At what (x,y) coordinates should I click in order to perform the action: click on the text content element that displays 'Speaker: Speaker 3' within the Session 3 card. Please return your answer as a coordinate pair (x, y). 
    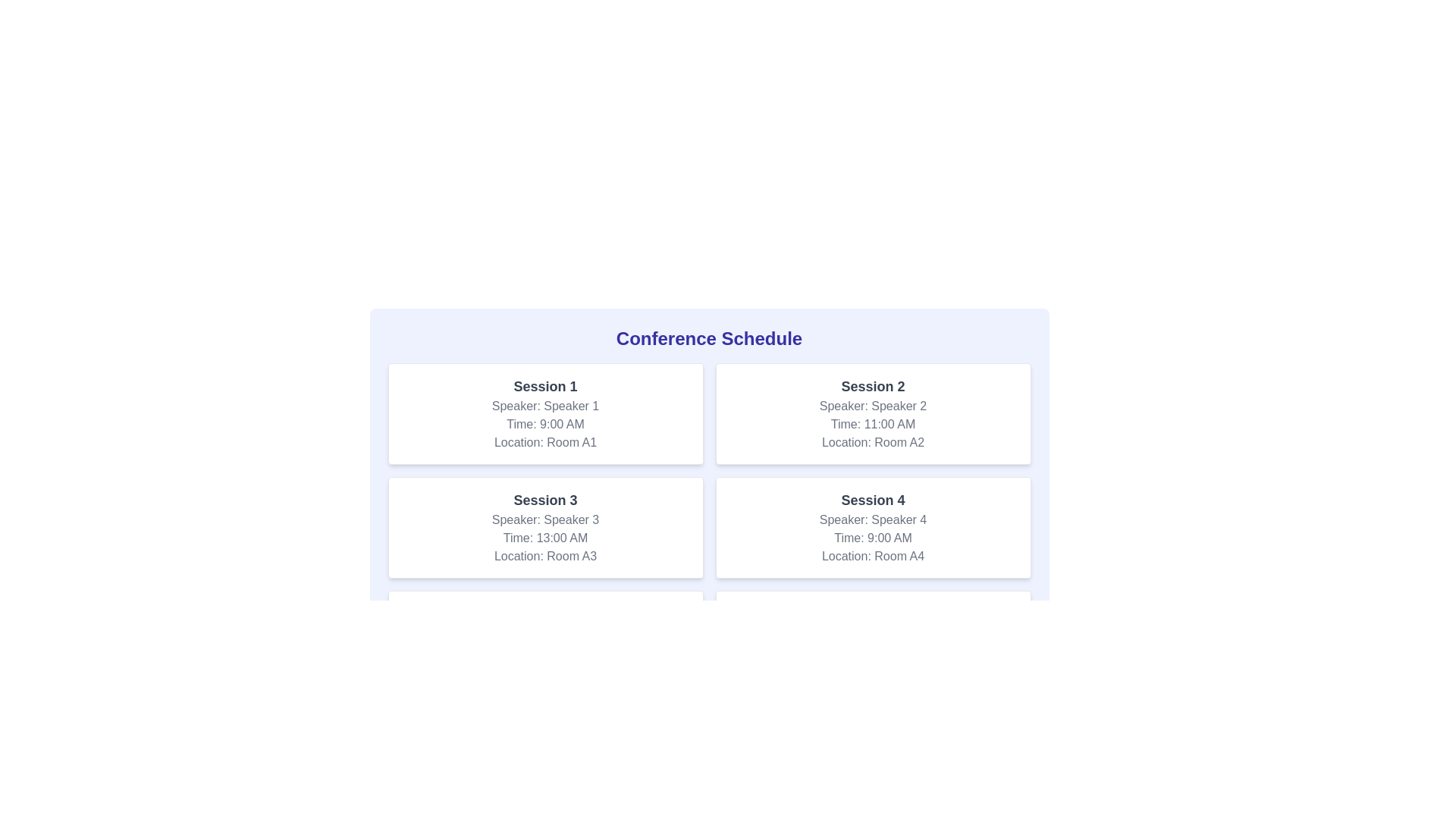
    Looking at the image, I should click on (545, 519).